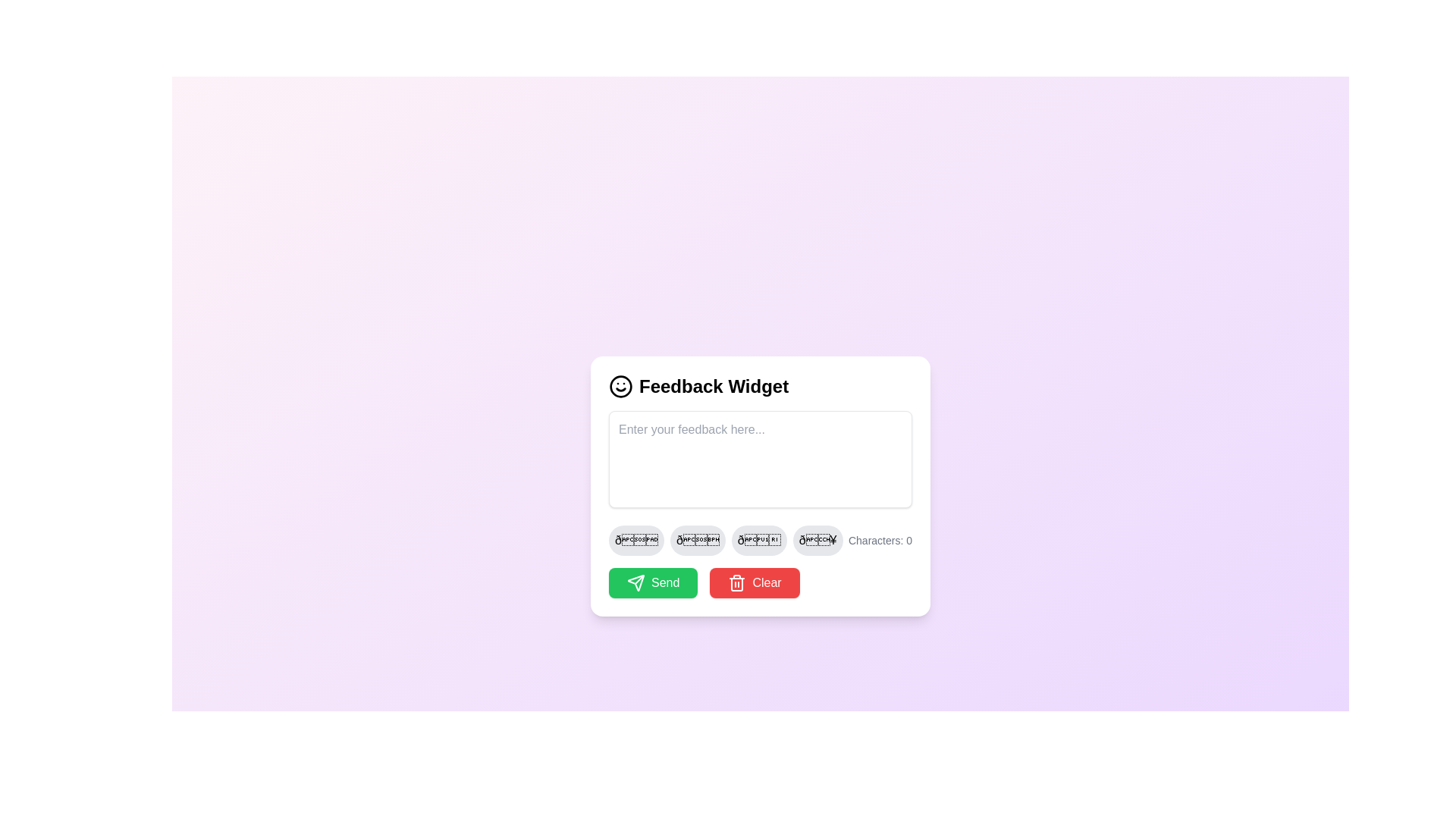  I want to click on the 'Clear' button with white text on a red background, located in the bottom-right corner of the 'Feedback Widget' card, so click(767, 582).